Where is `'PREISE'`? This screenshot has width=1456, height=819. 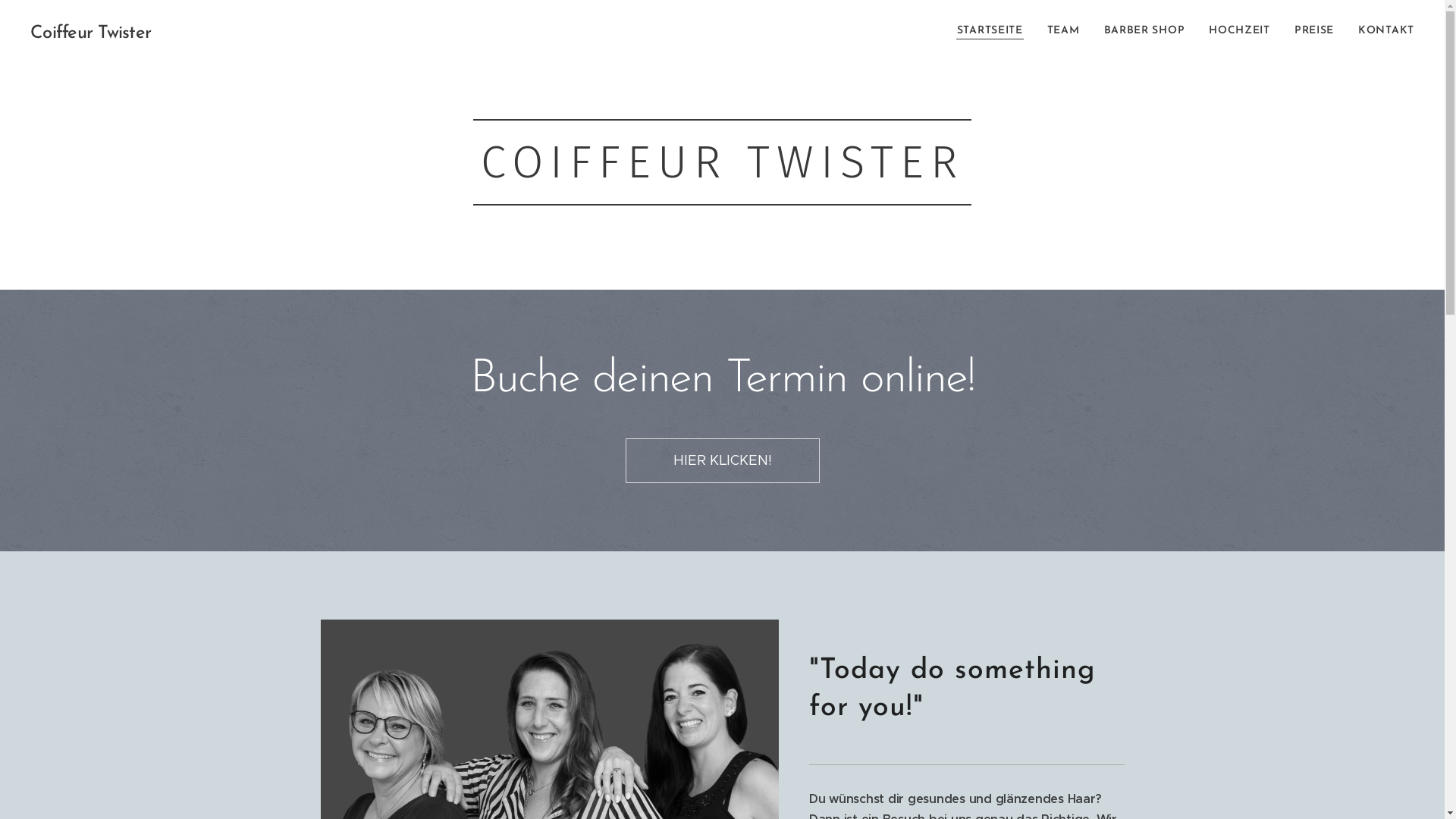 'PREISE' is located at coordinates (1313, 31).